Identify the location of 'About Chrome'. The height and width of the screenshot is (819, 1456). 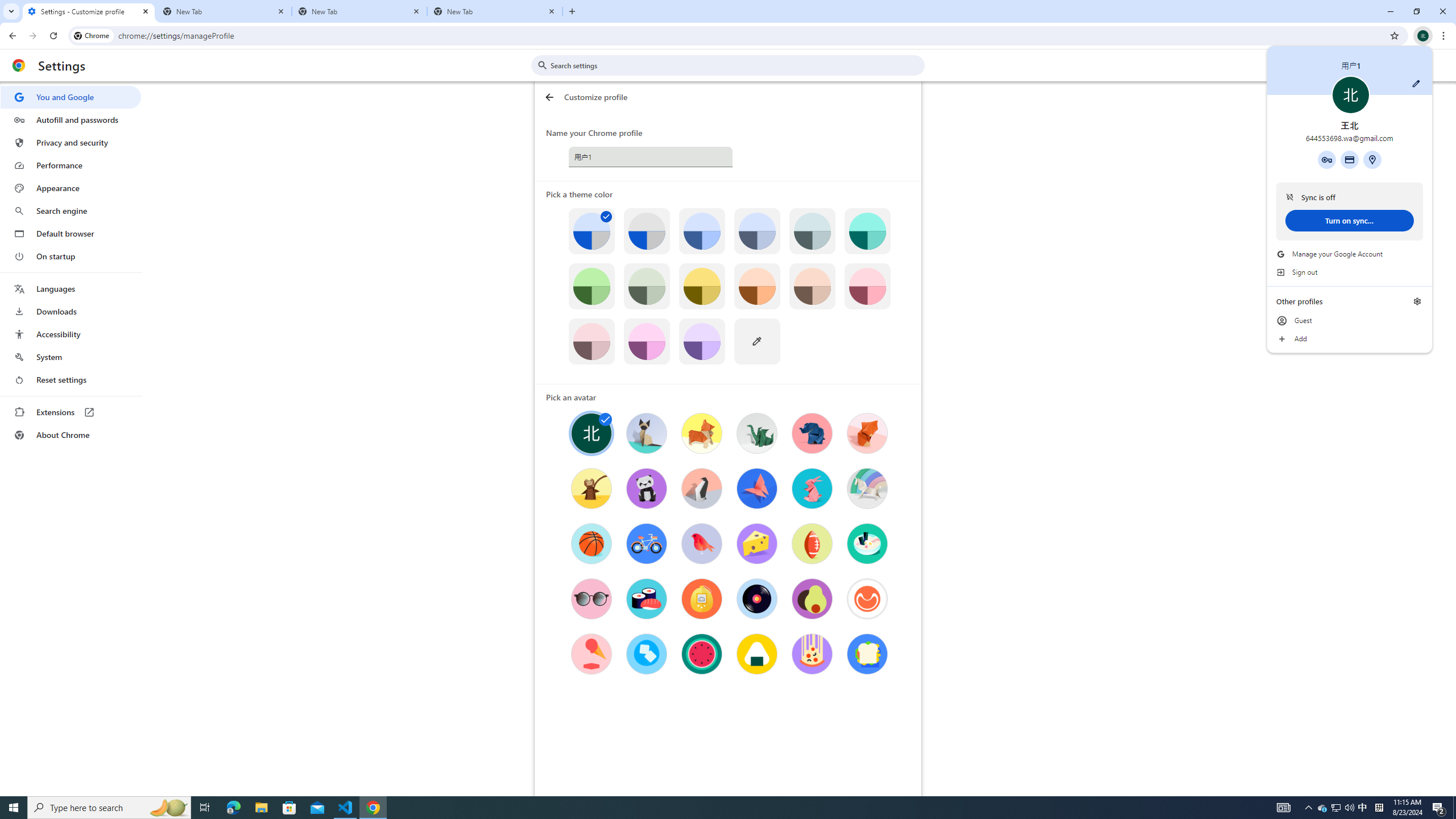
(70, 434).